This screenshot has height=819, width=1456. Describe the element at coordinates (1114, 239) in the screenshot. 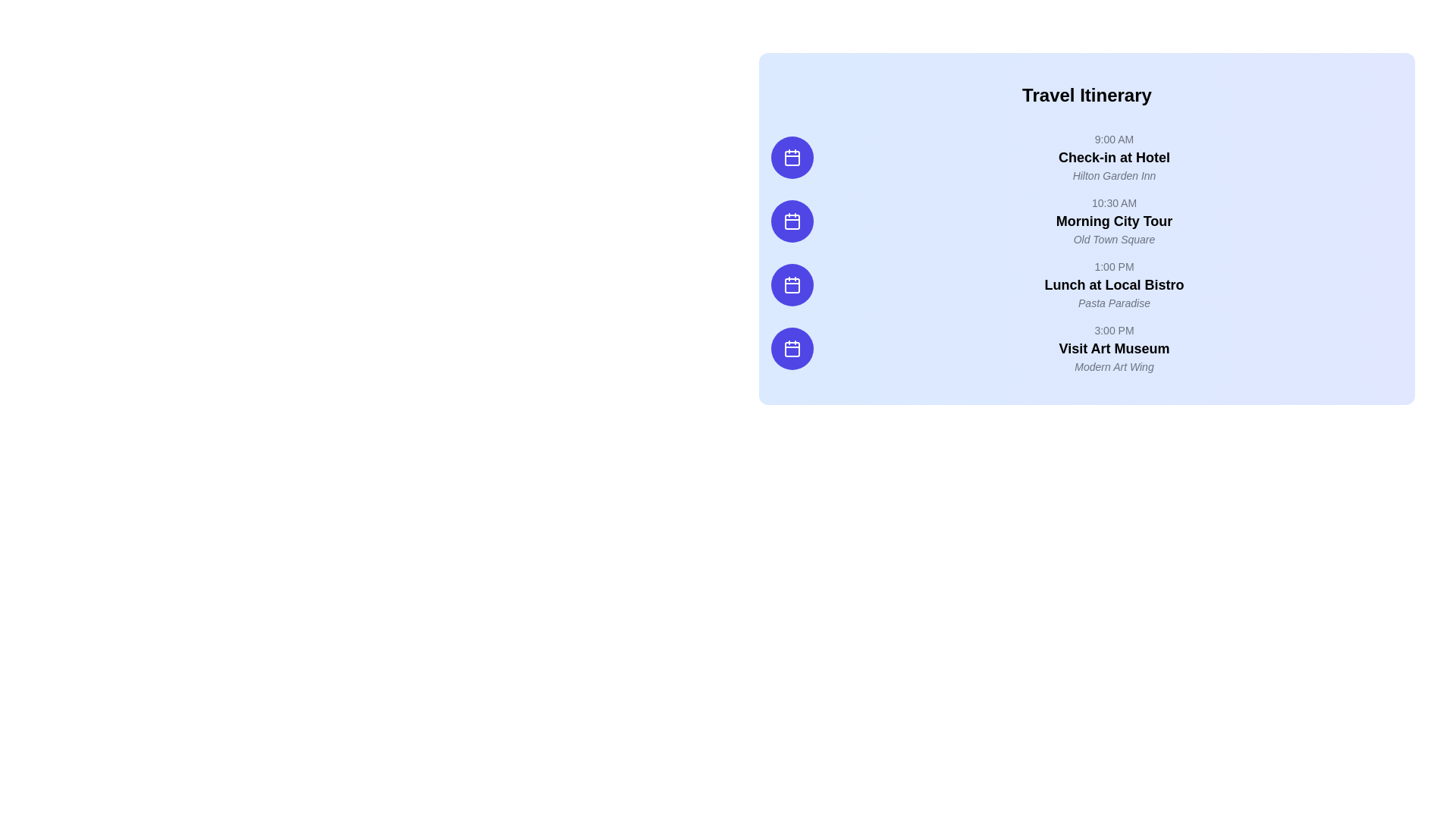

I see `the text label providing additional details for the 'Morning City Tour' itinerary item, which specifies the location 'Old Town Square'. This label is located beneath the main title 'Morning City Tour'` at that location.